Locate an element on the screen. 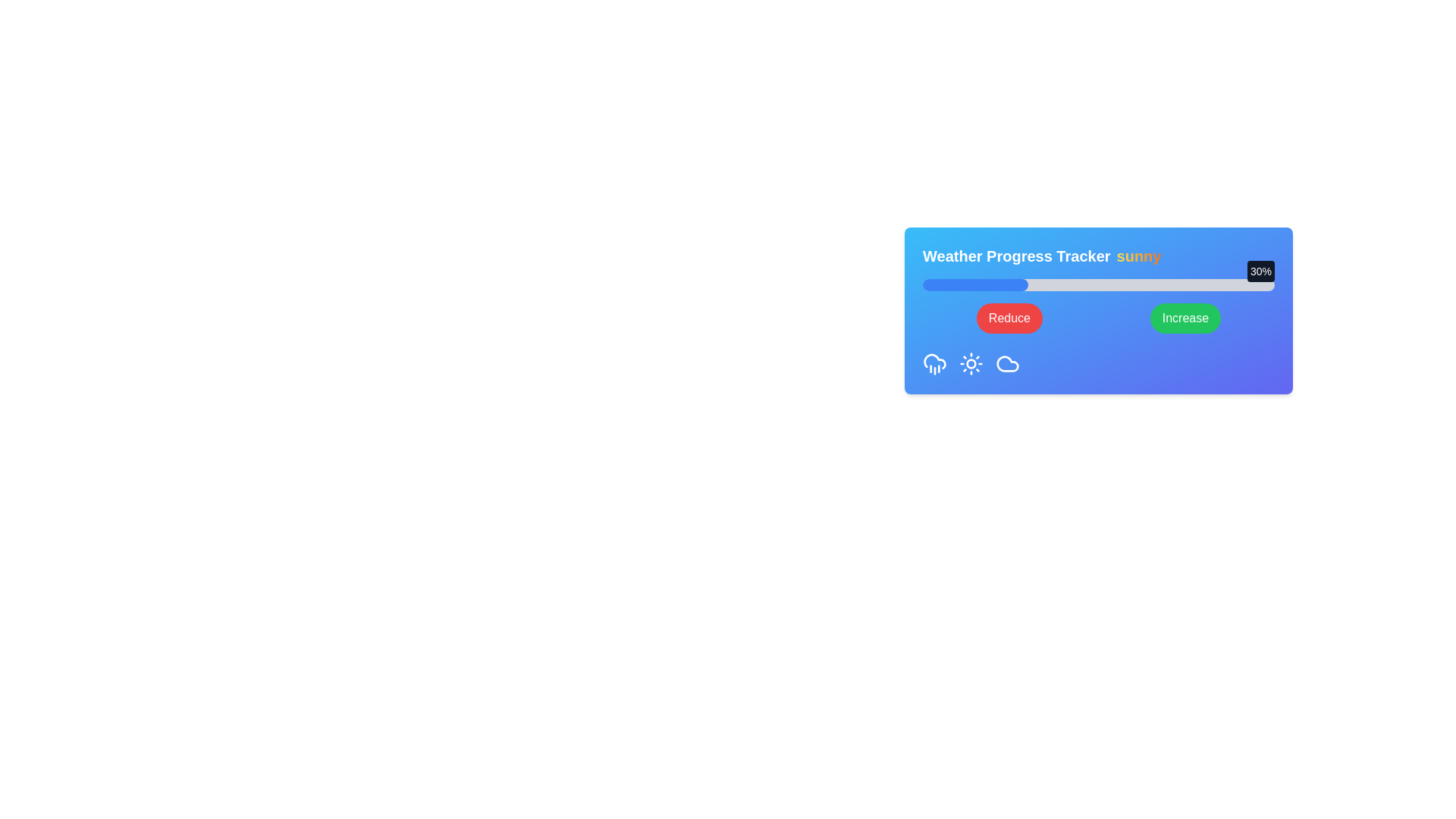 The image size is (1456, 819). the leftmost button in the horizontally-aligned group of buttons is located at coordinates (1009, 318).